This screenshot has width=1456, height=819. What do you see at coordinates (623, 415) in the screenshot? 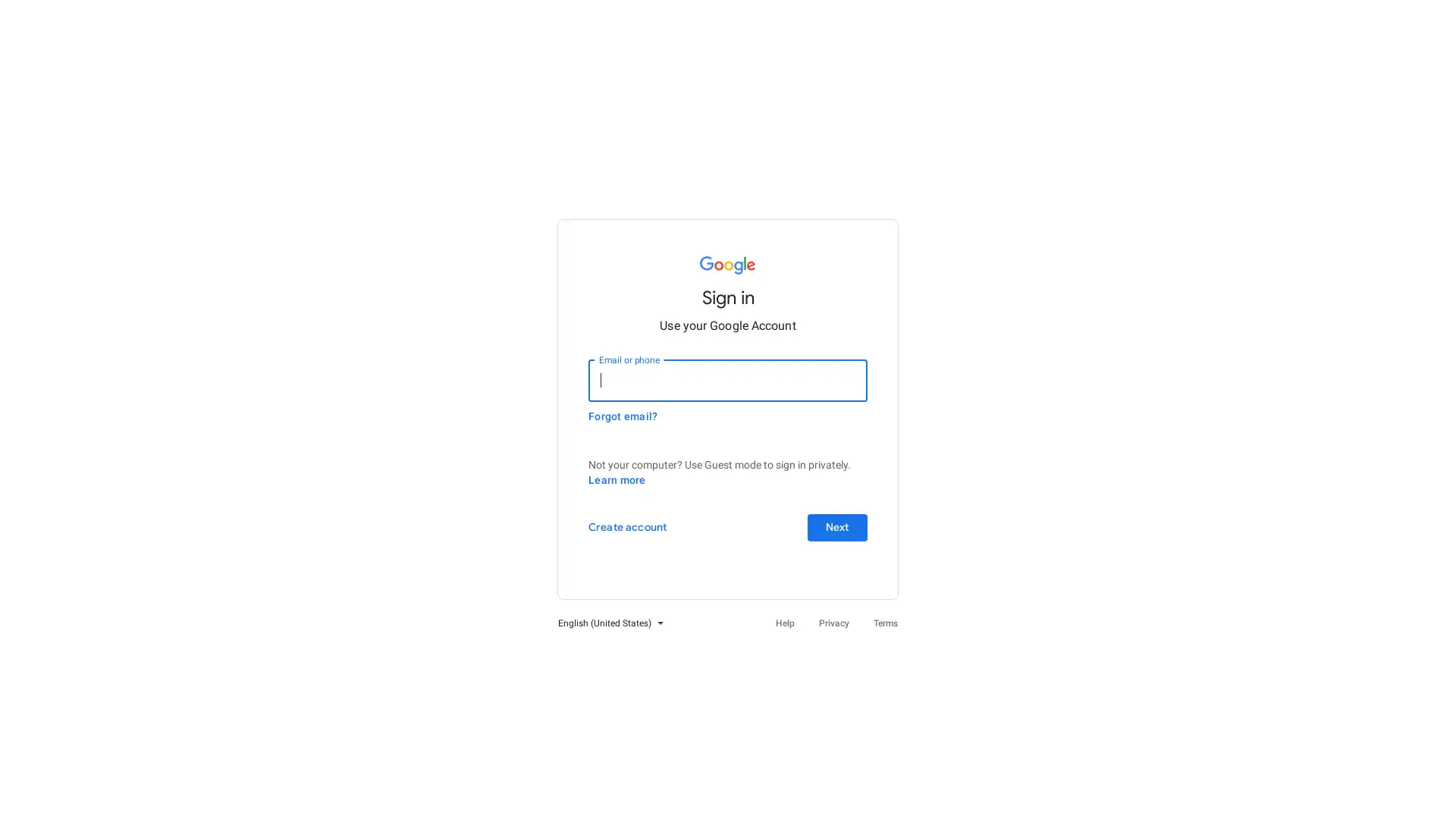
I see `Forgot email?` at bounding box center [623, 415].